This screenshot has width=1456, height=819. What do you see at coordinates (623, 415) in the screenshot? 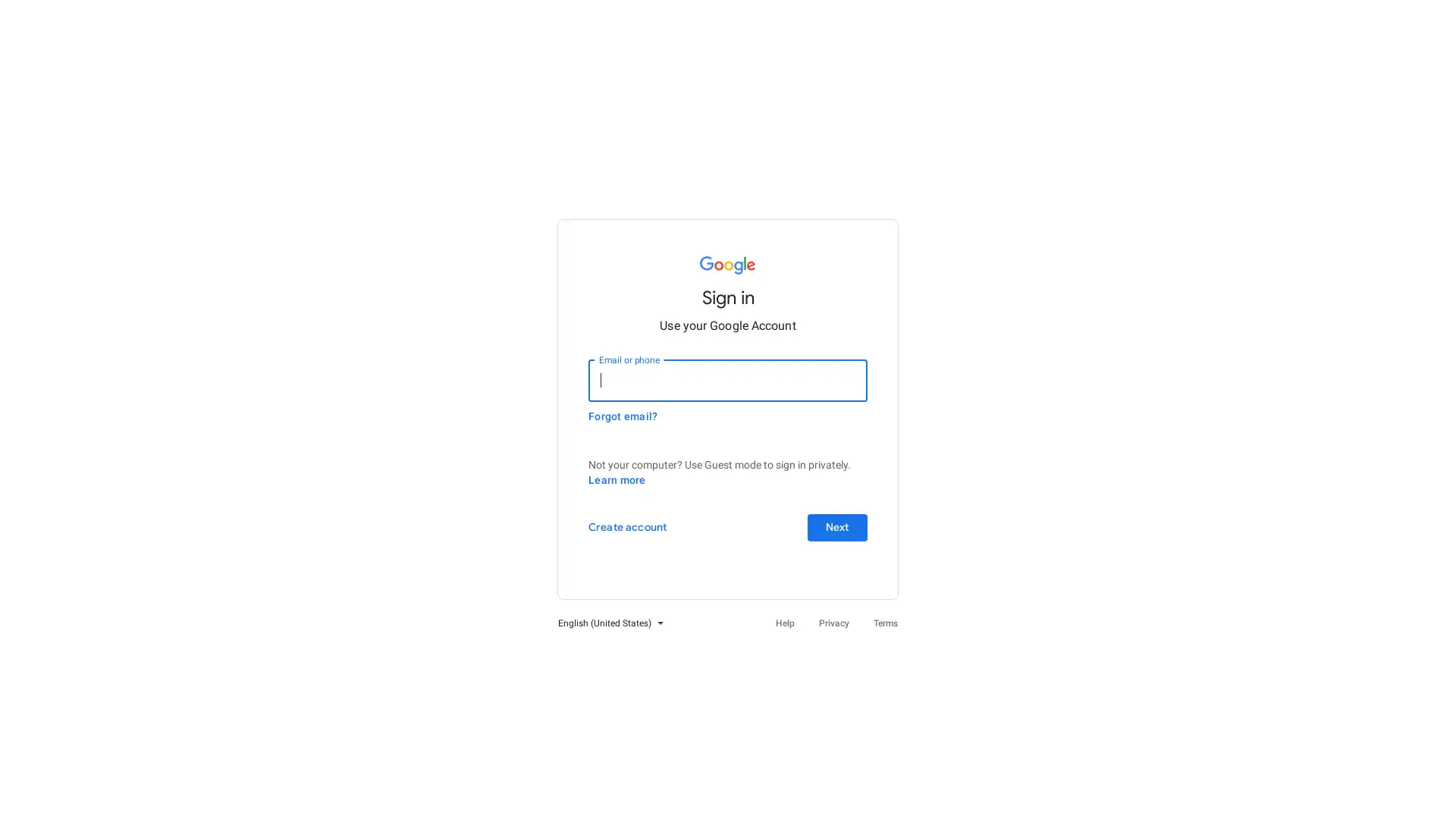
I see `Forgot email?` at bounding box center [623, 415].